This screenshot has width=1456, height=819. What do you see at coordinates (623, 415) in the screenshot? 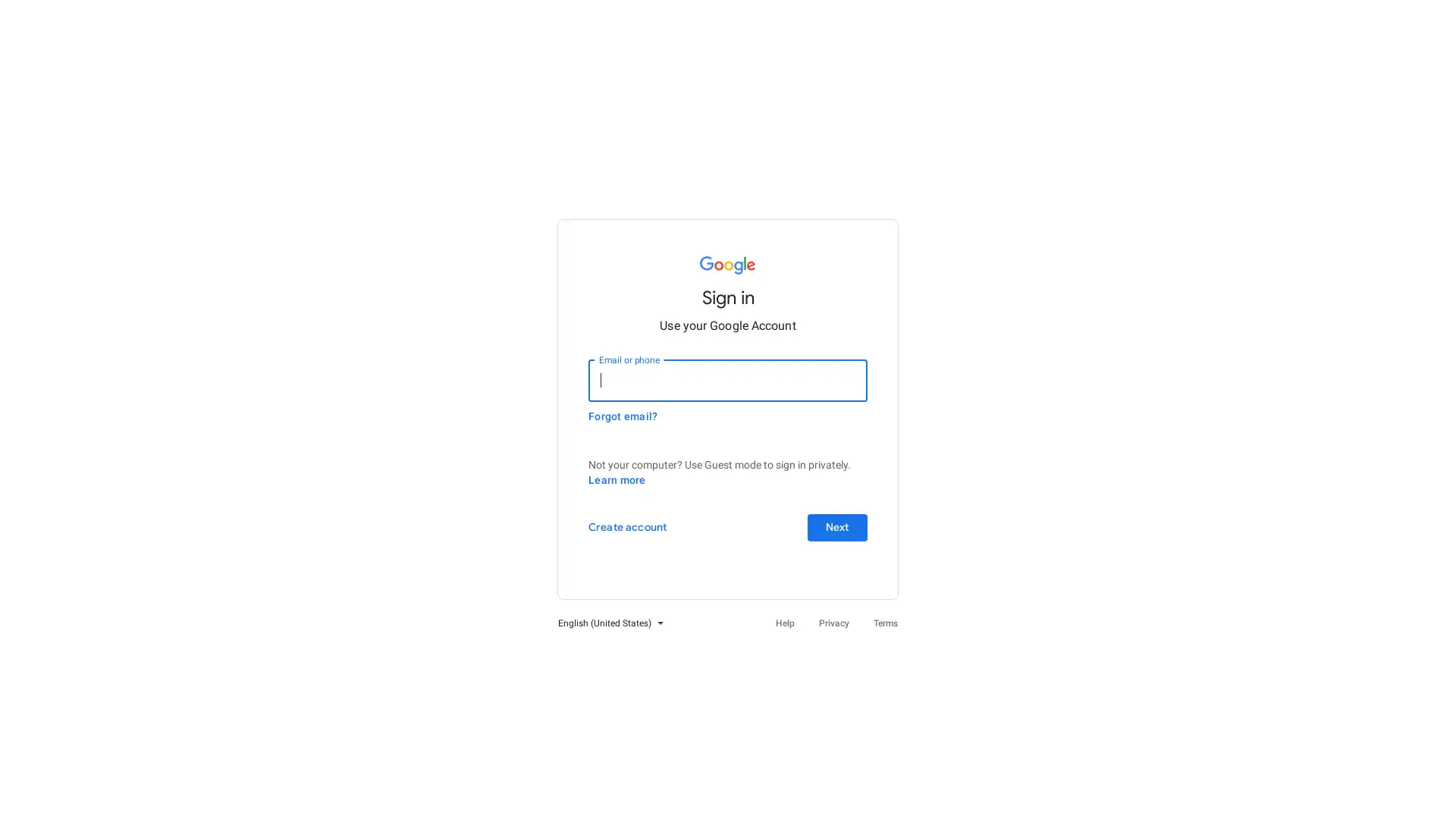
I see `Forgot email?` at bounding box center [623, 415].